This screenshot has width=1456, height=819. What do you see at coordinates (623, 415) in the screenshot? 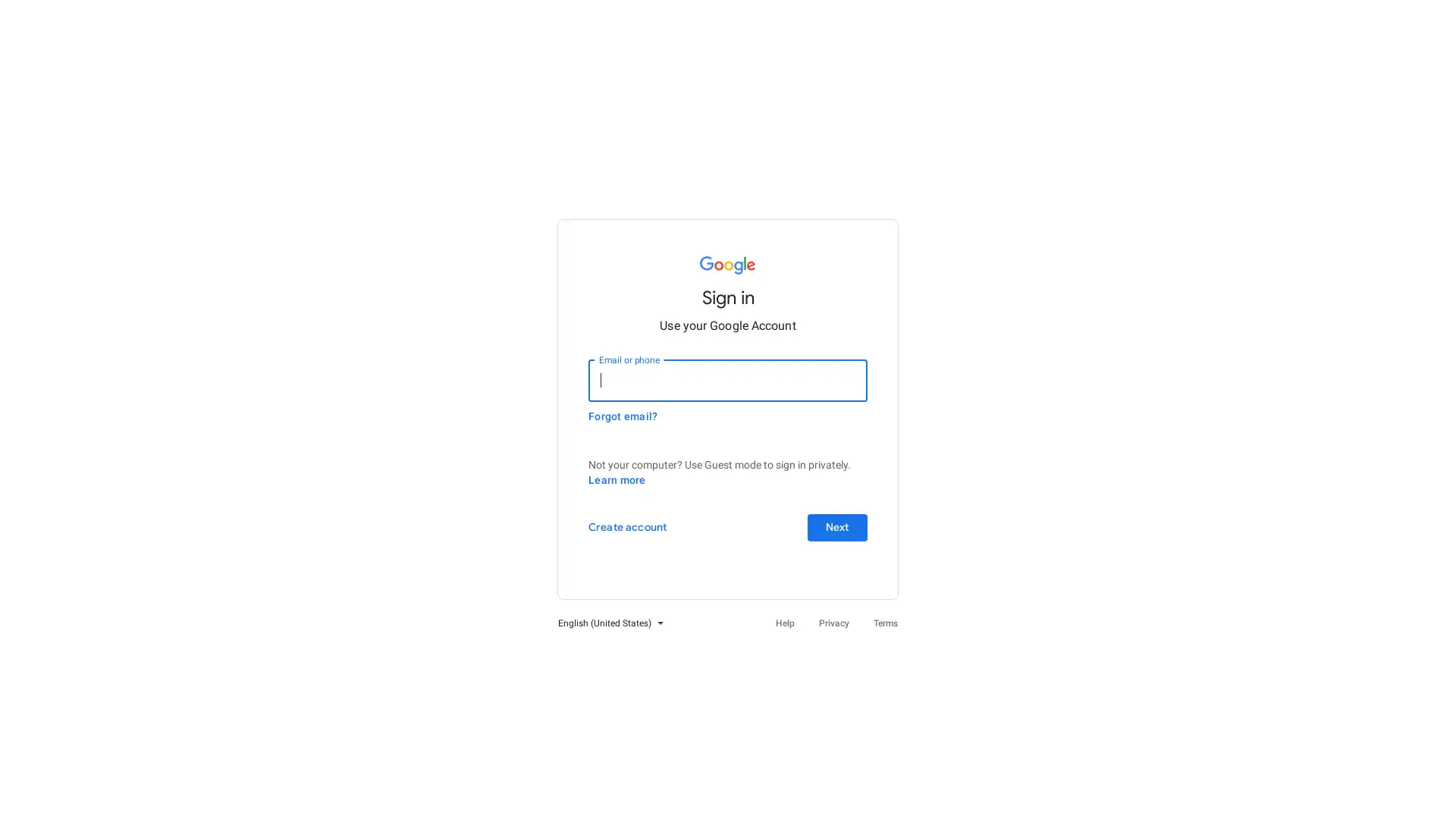
I see `Forgot email?` at bounding box center [623, 415].